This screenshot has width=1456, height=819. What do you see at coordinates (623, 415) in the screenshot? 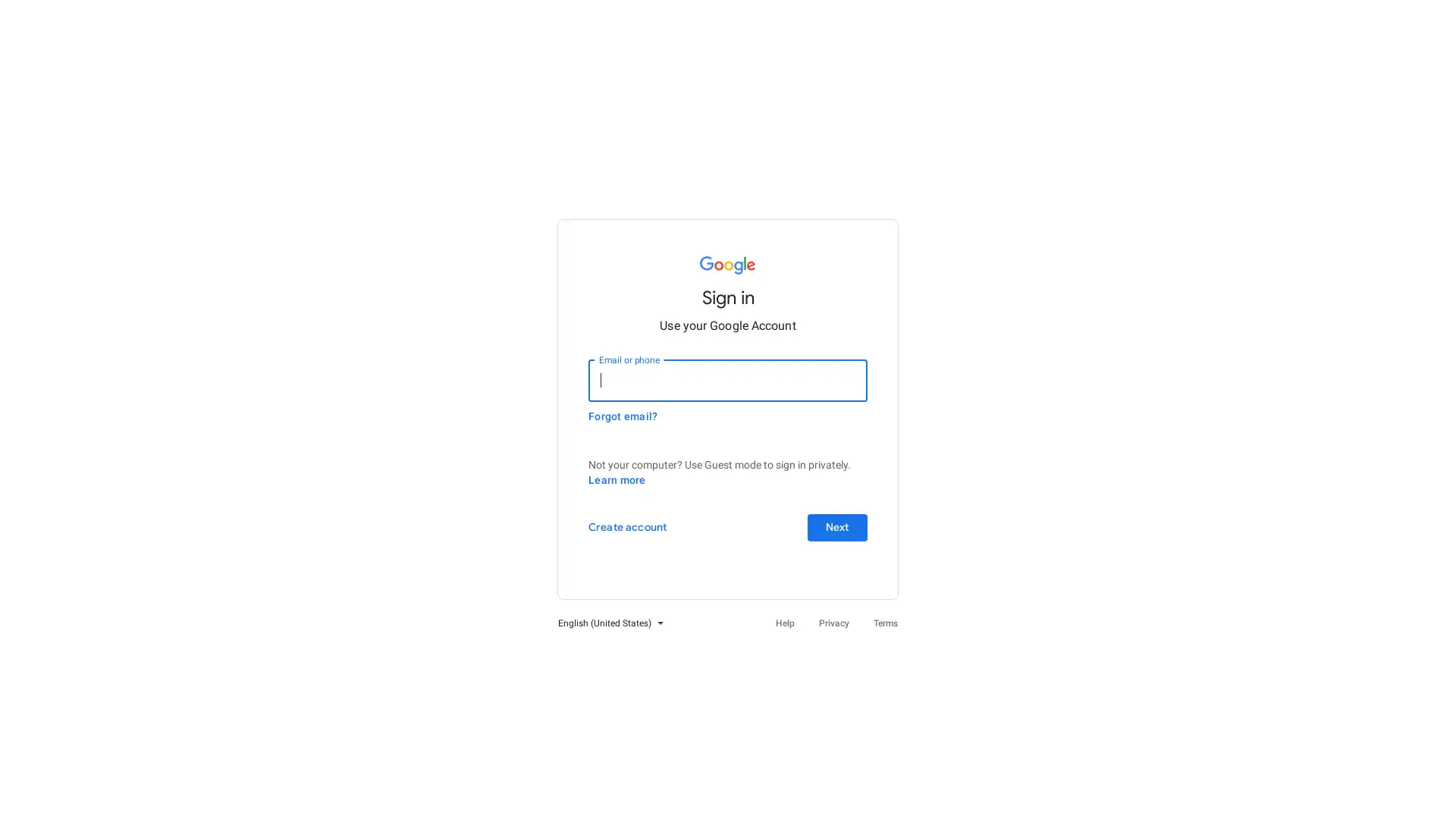
I see `Forgot email?` at bounding box center [623, 415].